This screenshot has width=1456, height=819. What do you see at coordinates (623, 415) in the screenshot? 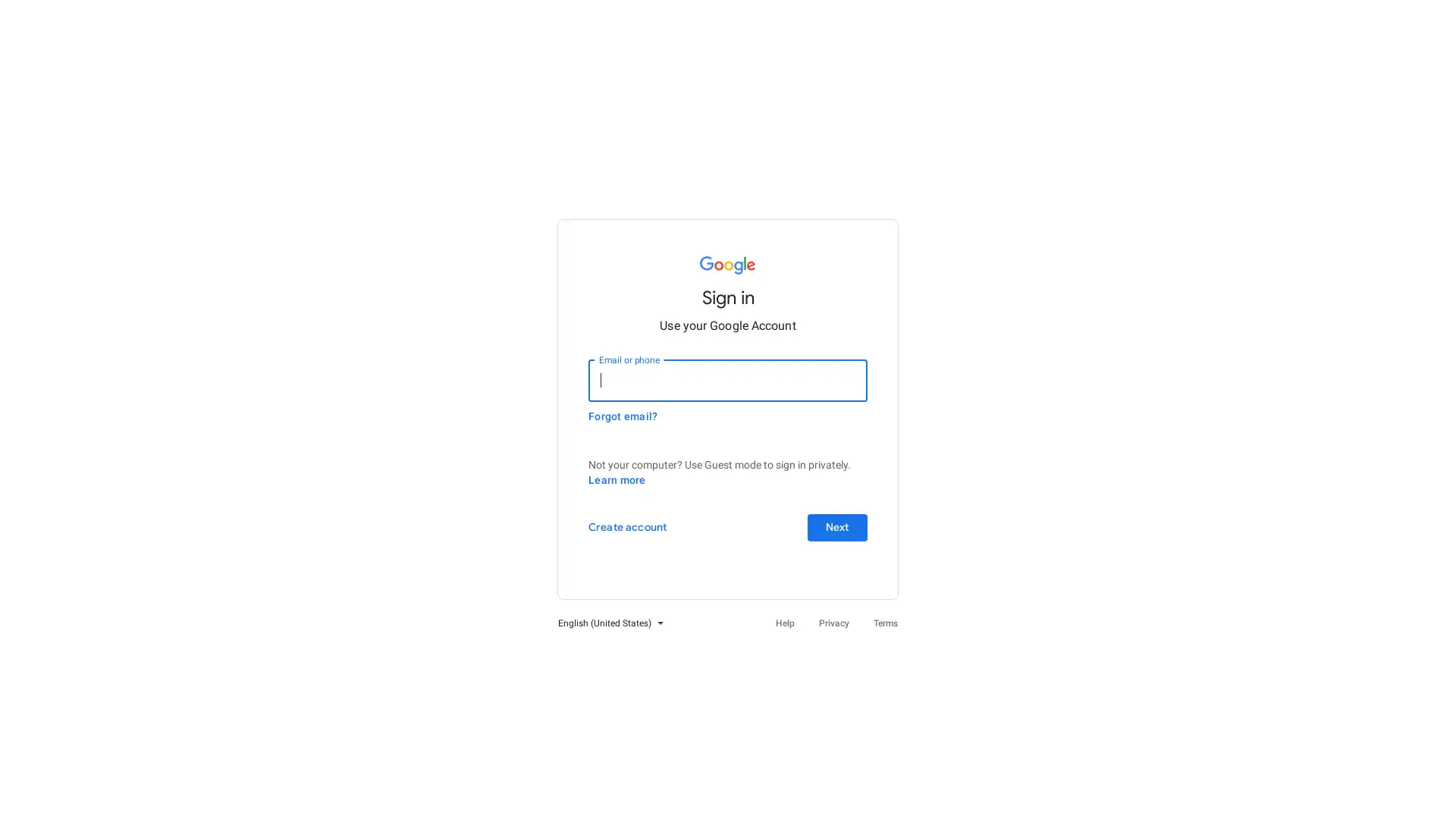
I see `Forgot email?` at bounding box center [623, 415].